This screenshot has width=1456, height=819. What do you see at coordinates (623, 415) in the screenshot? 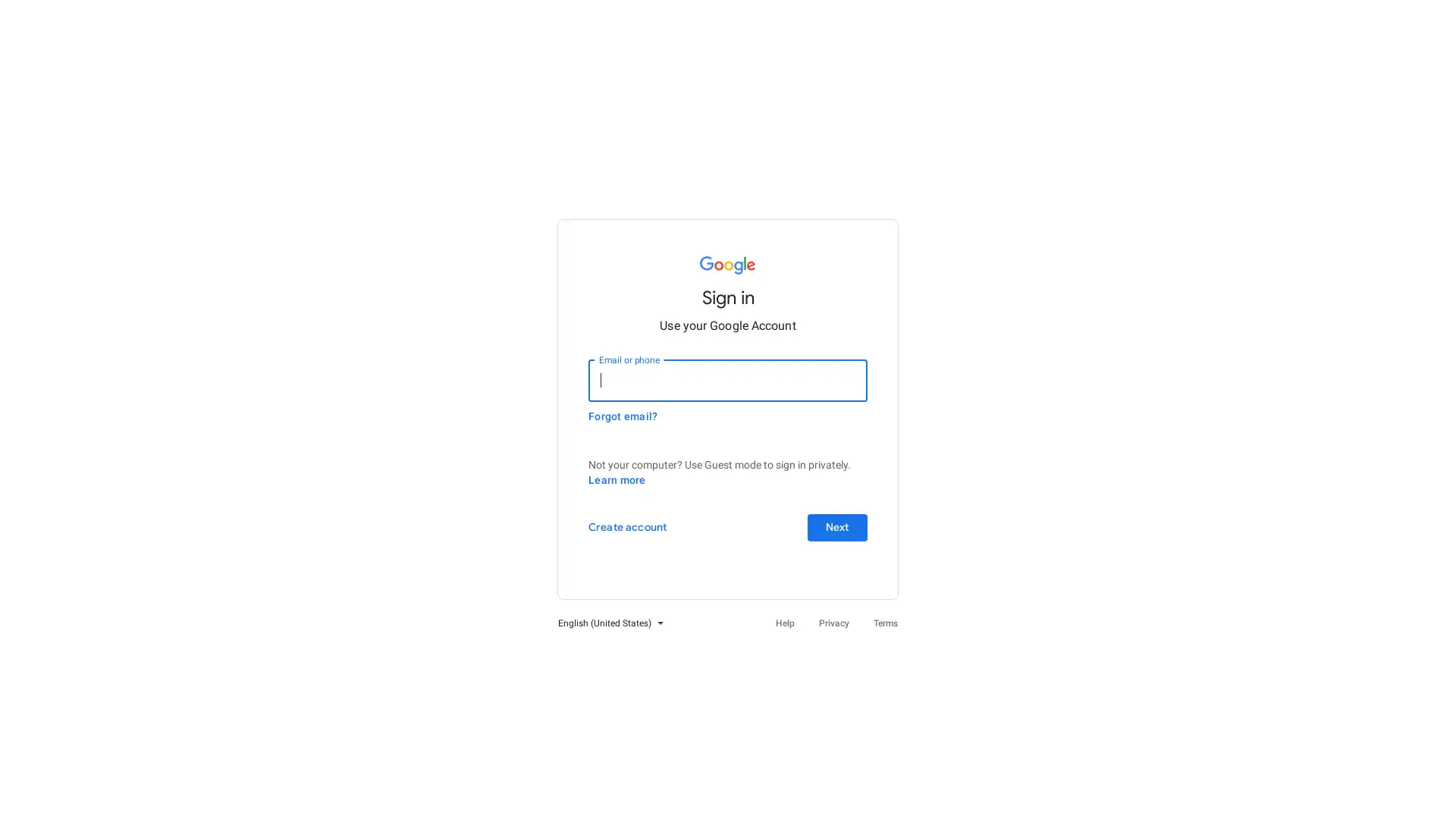
I see `Forgot email?` at bounding box center [623, 415].